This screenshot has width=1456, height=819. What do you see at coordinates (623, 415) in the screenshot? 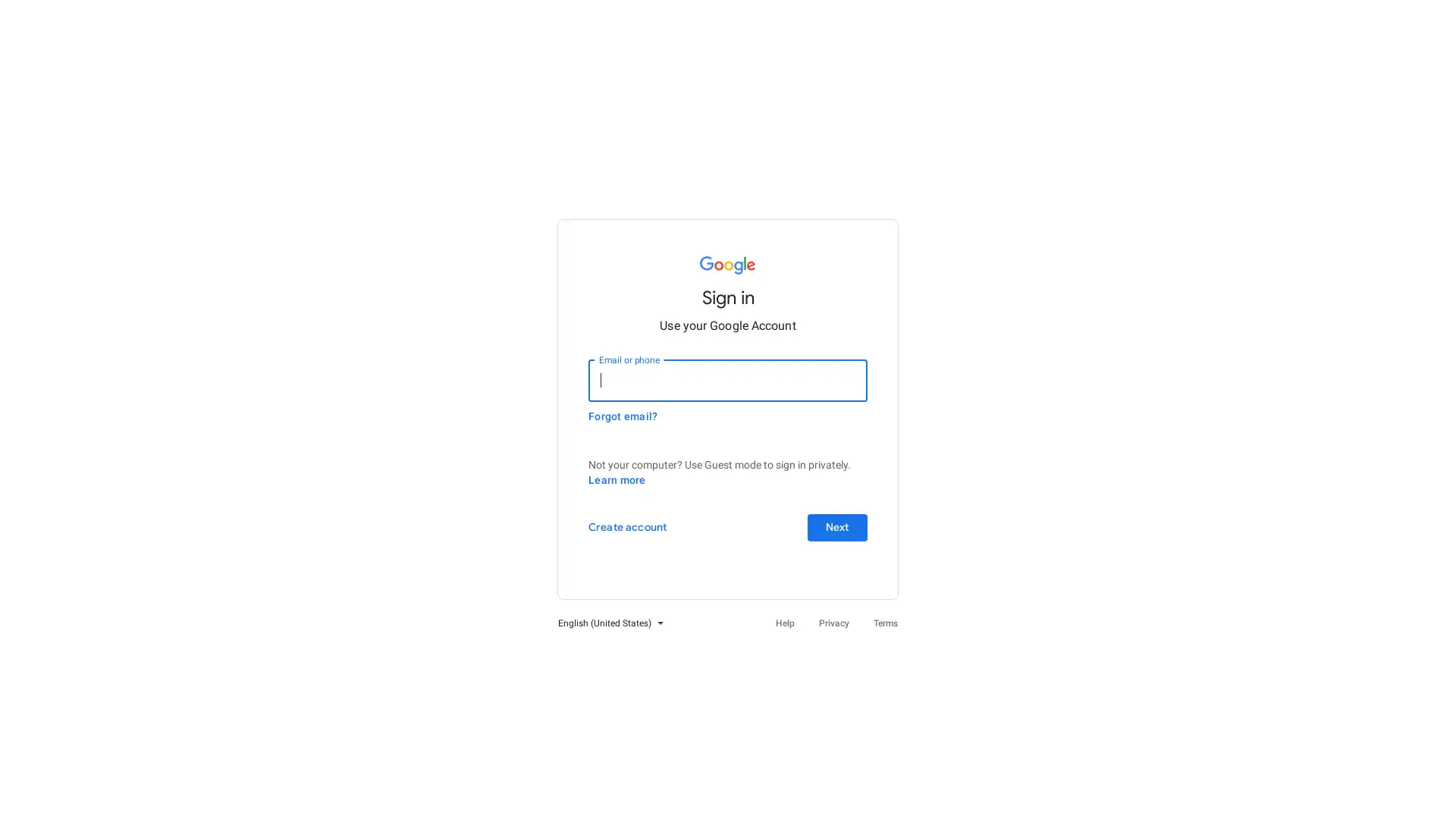
I see `Forgot email?` at bounding box center [623, 415].